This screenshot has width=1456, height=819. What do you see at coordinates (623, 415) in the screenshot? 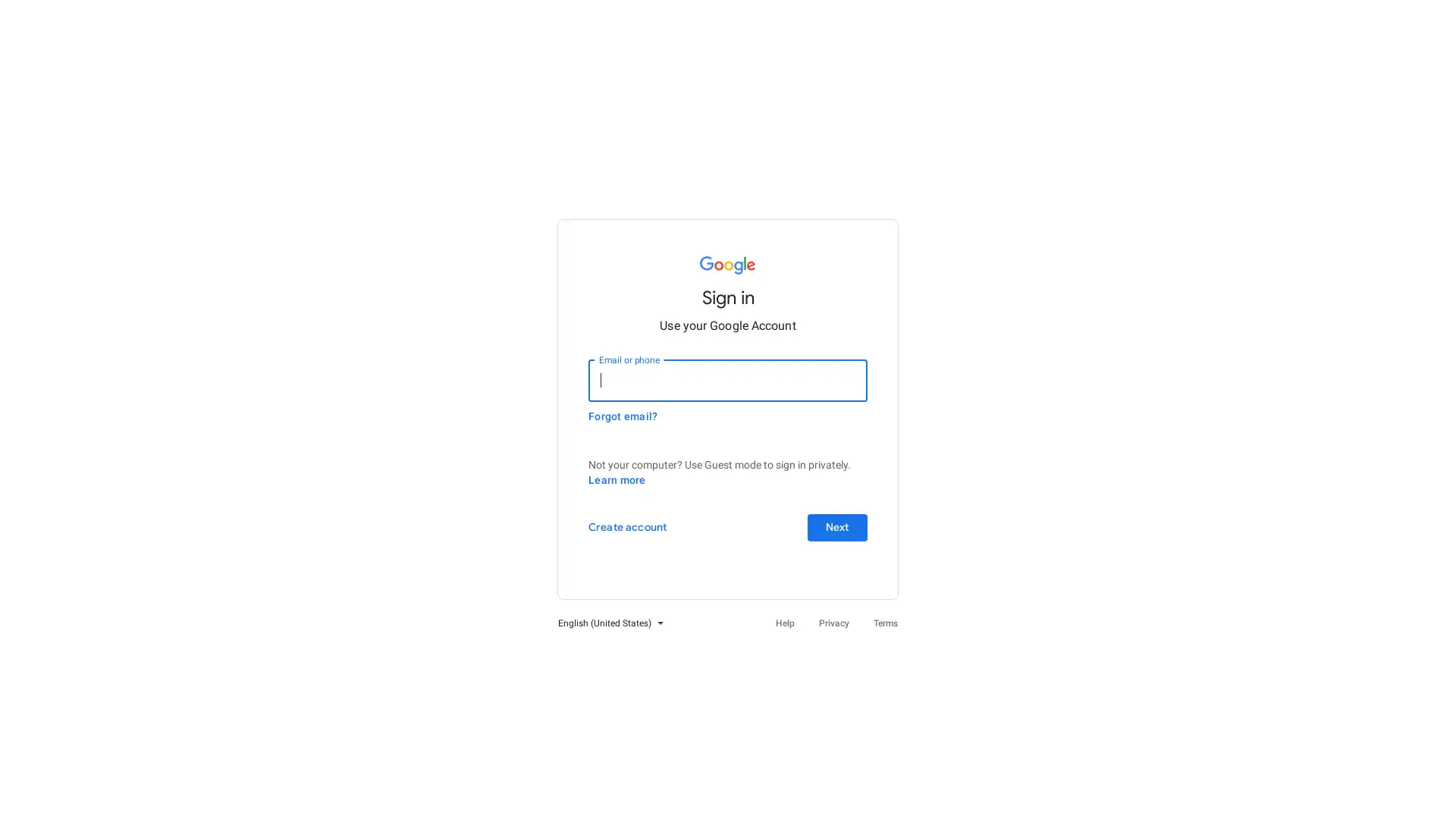
I see `Forgot email?` at bounding box center [623, 415].